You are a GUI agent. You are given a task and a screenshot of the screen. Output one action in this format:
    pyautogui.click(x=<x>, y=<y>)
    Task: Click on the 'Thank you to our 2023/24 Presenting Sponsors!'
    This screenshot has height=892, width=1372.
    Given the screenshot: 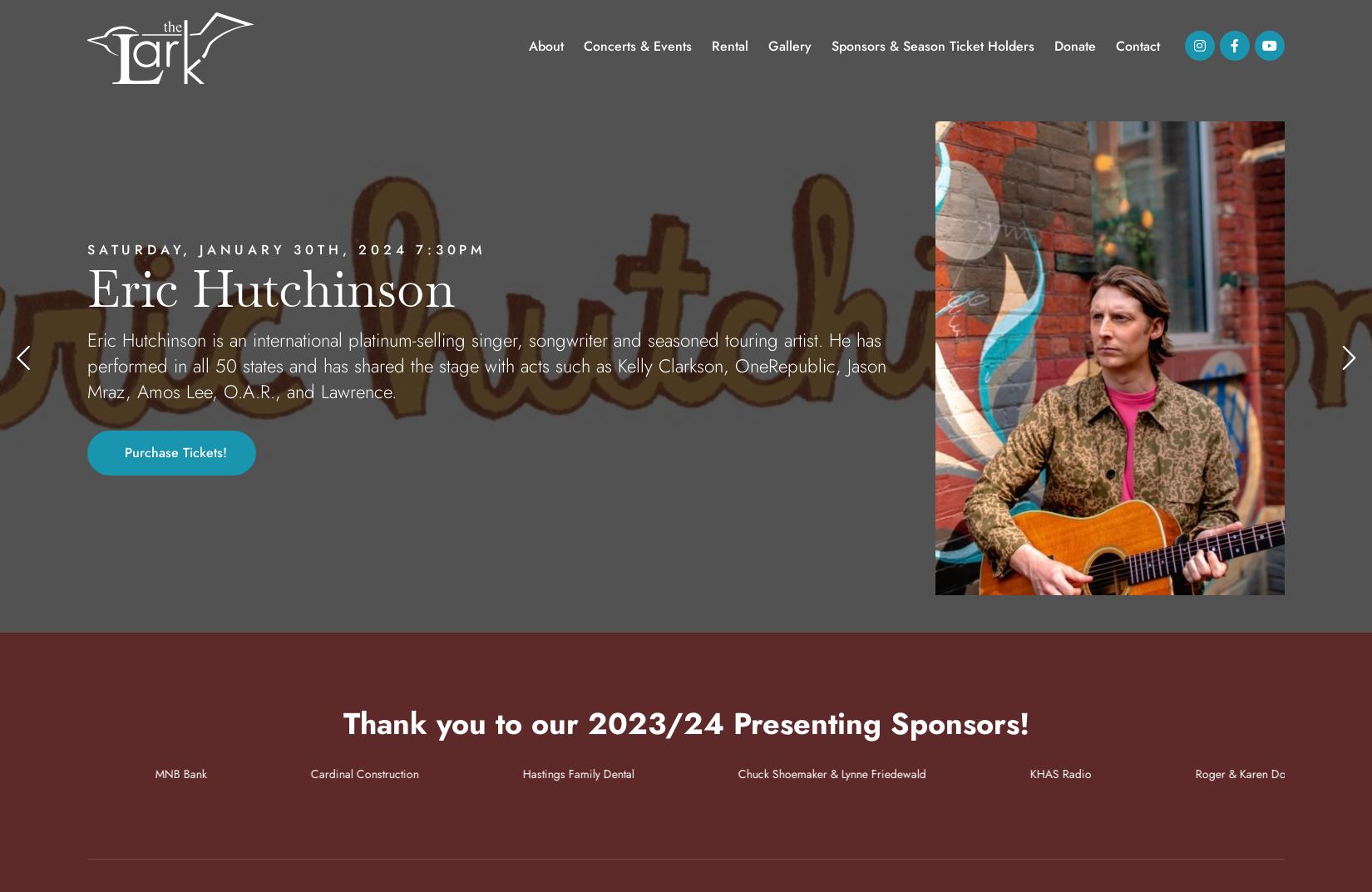 What is the action you would take?
    pyautogui.click(x=684, y=722)
    